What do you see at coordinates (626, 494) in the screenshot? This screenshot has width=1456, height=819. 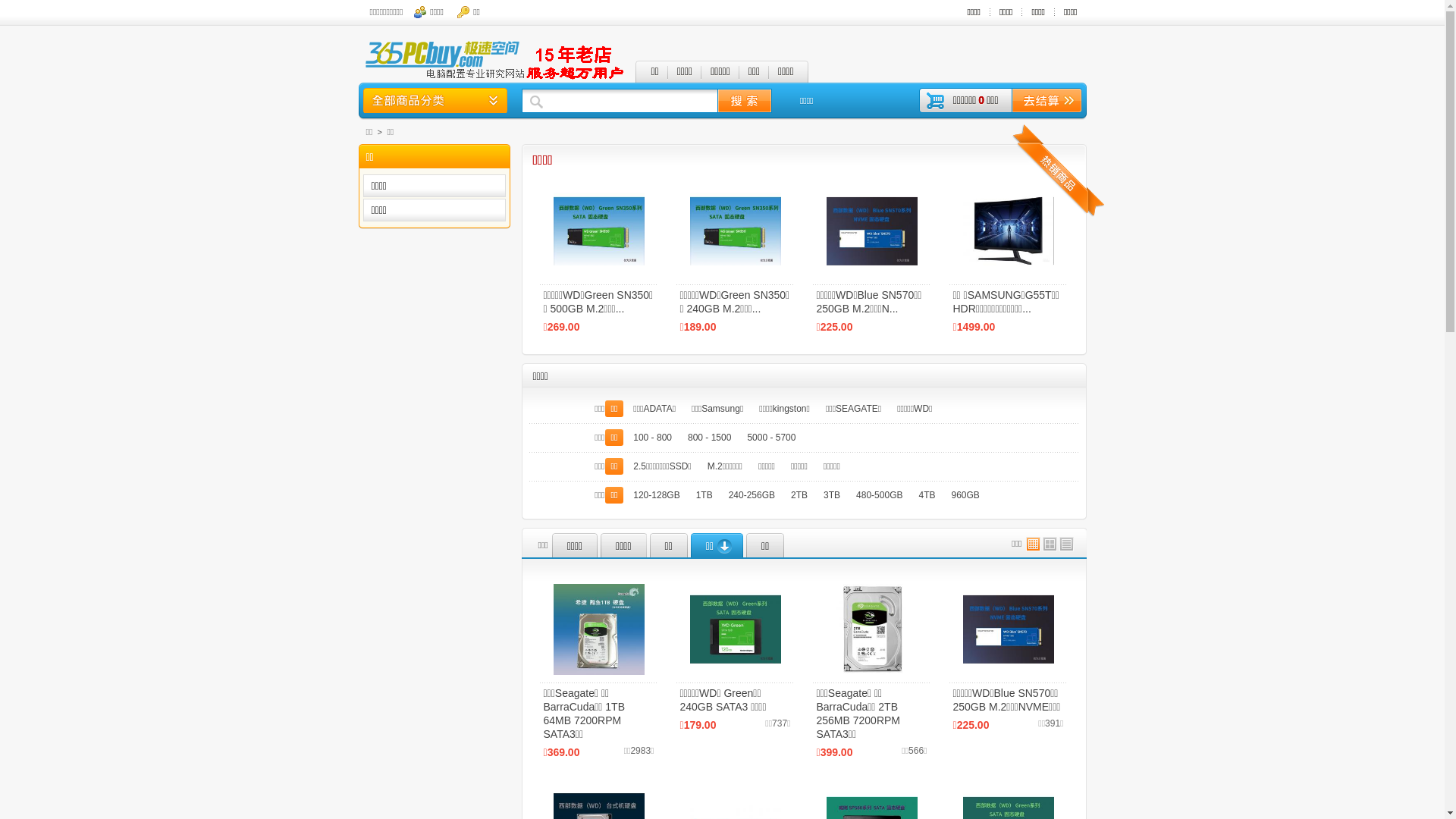 I see `'120-128GB'` at bounding box center [626, 494].